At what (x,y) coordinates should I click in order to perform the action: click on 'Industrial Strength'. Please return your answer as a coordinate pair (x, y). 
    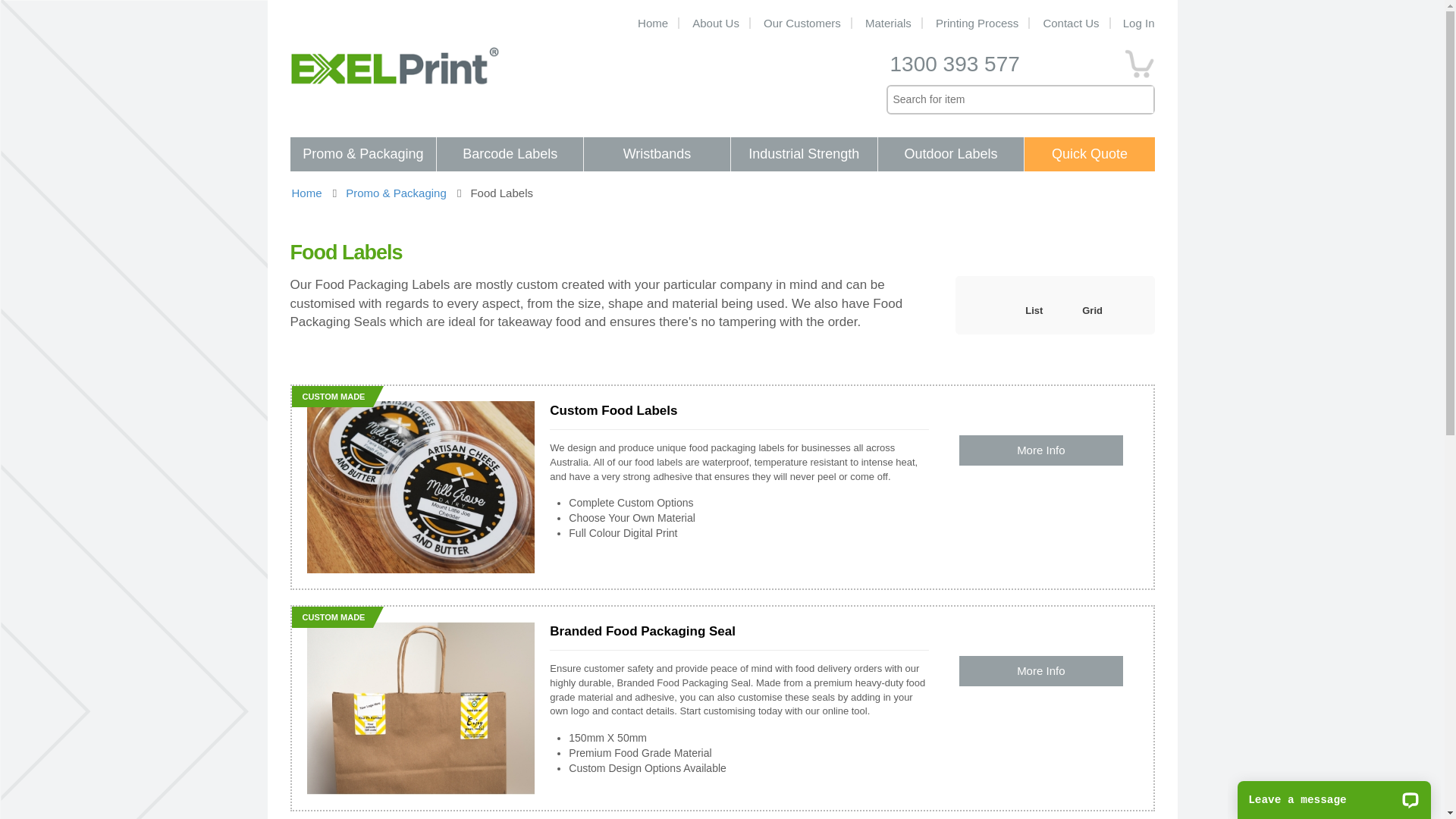
    Looking at the image, I should click on (803, 154).